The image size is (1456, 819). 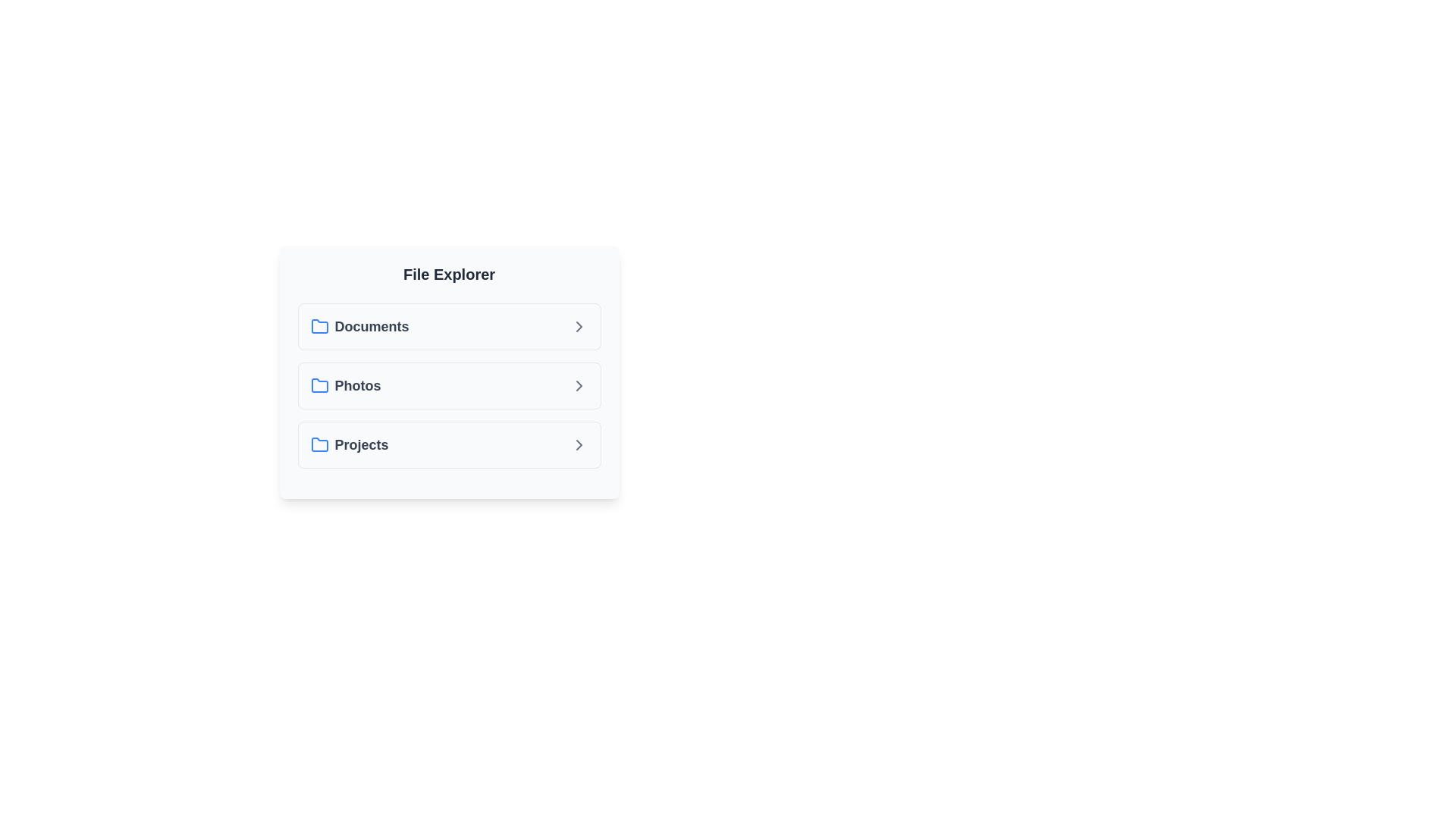 What do you see at coordinates (448, 444) in the screenshot?
I see `the folder named Projects to highlight it` at bounding box center [448, 444].